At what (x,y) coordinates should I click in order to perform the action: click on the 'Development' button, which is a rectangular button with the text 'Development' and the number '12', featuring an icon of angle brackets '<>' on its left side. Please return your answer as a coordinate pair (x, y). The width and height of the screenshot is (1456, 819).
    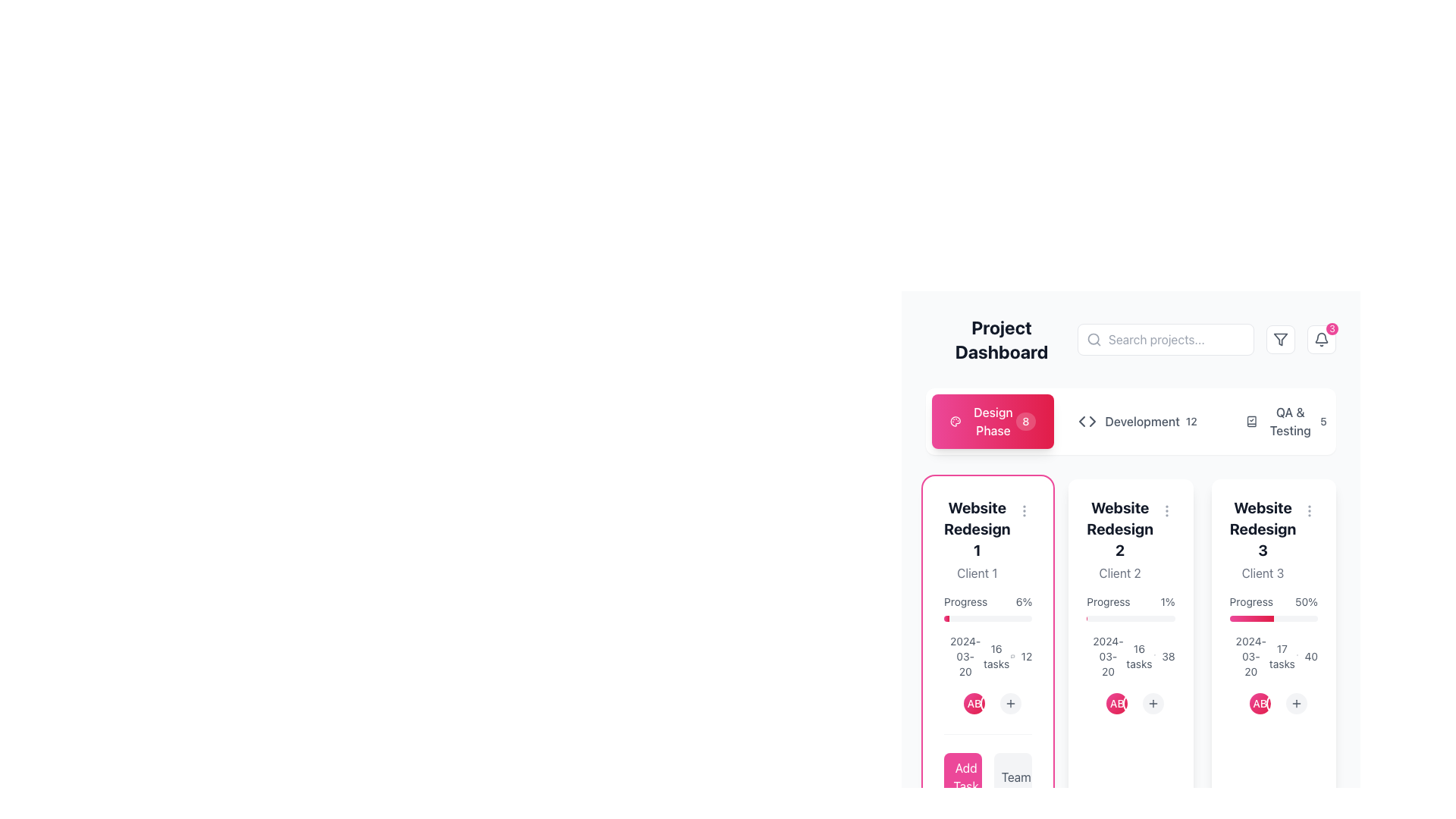
    Looking at the image, I should click on (1141, 421).